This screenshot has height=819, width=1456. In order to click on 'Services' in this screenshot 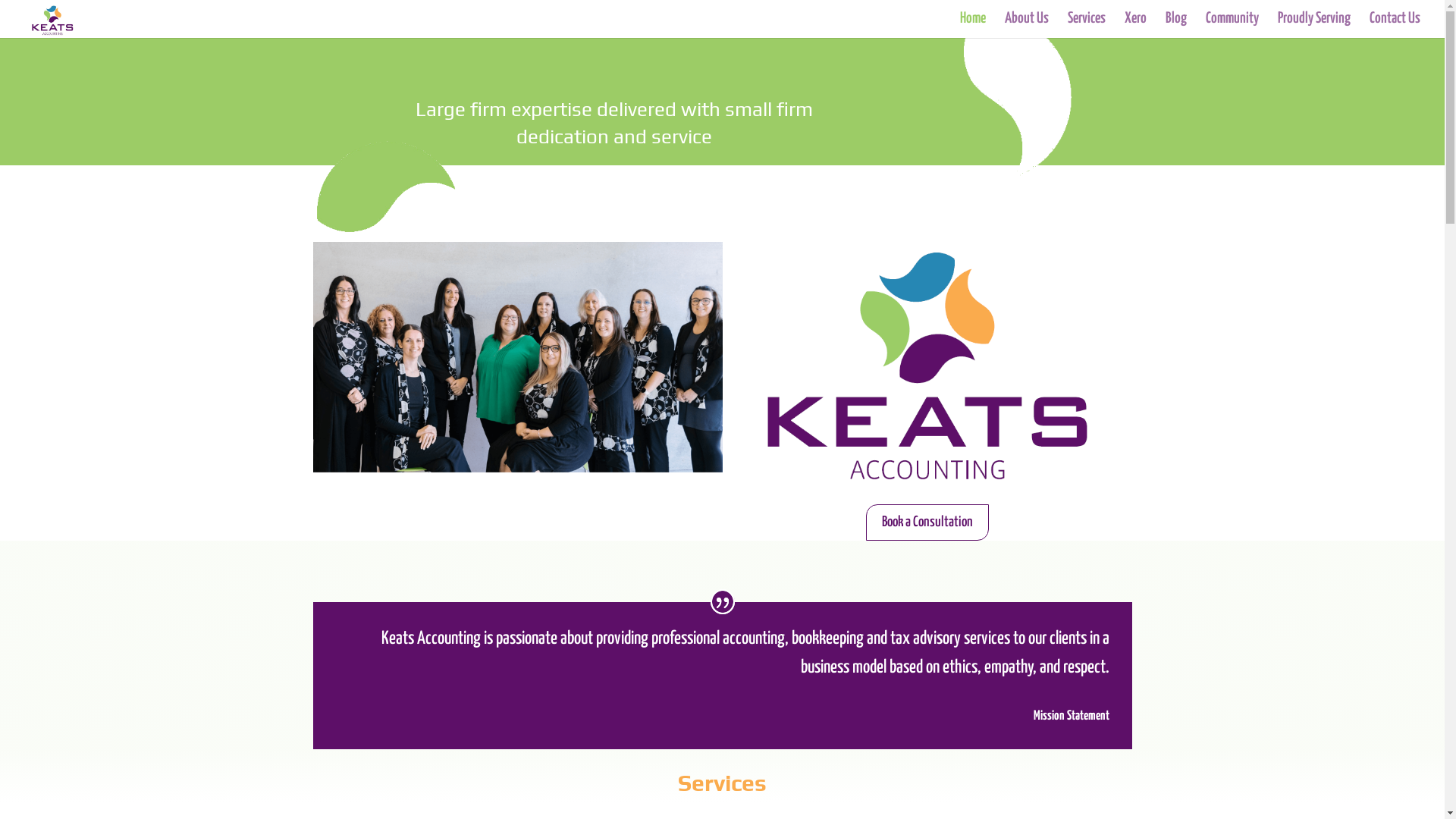, I will do `click(1086, 26)`.